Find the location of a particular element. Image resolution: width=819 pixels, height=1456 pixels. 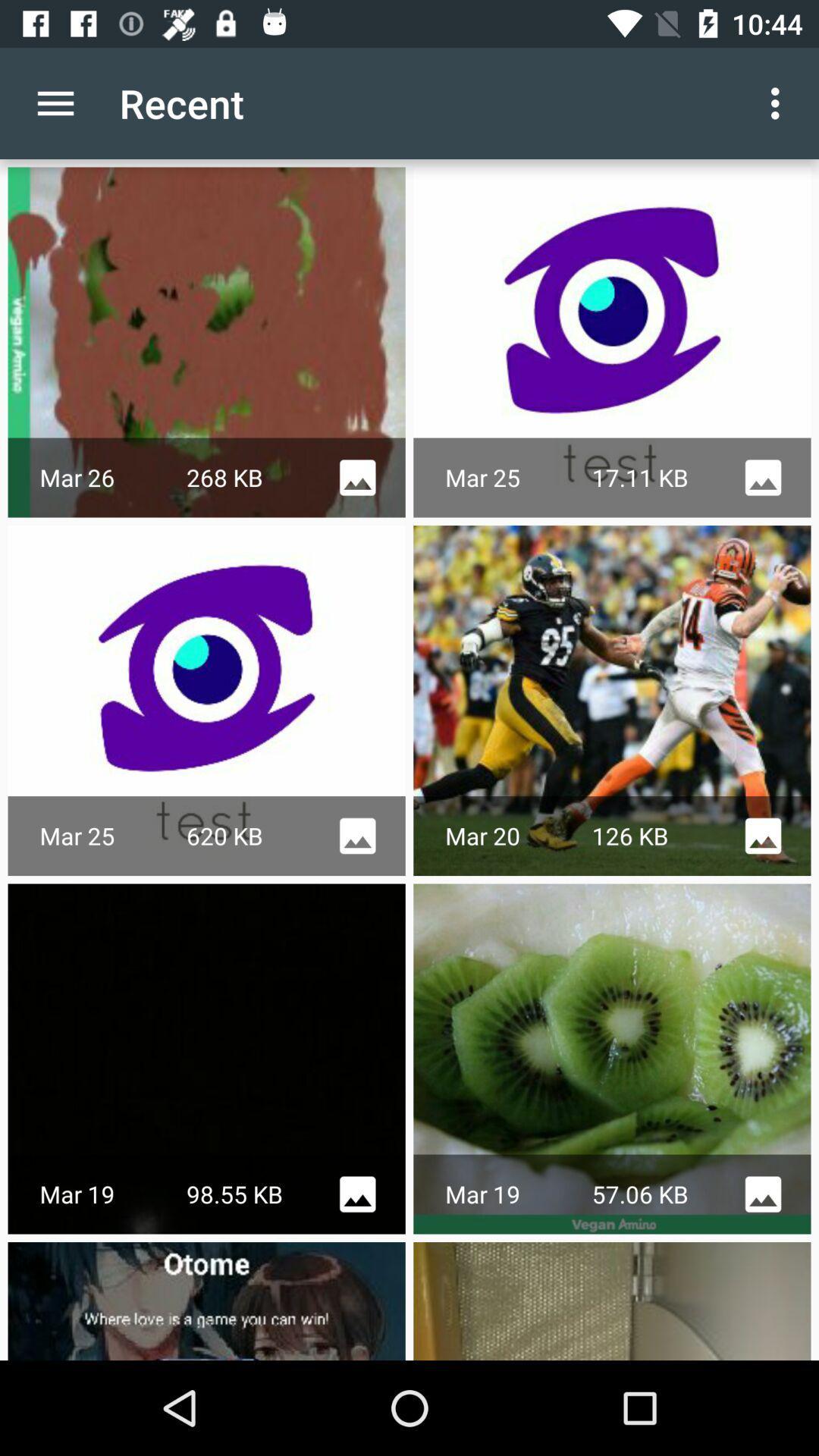

the three dots button on the top right side of the web page is located at coordinates (779, 103).